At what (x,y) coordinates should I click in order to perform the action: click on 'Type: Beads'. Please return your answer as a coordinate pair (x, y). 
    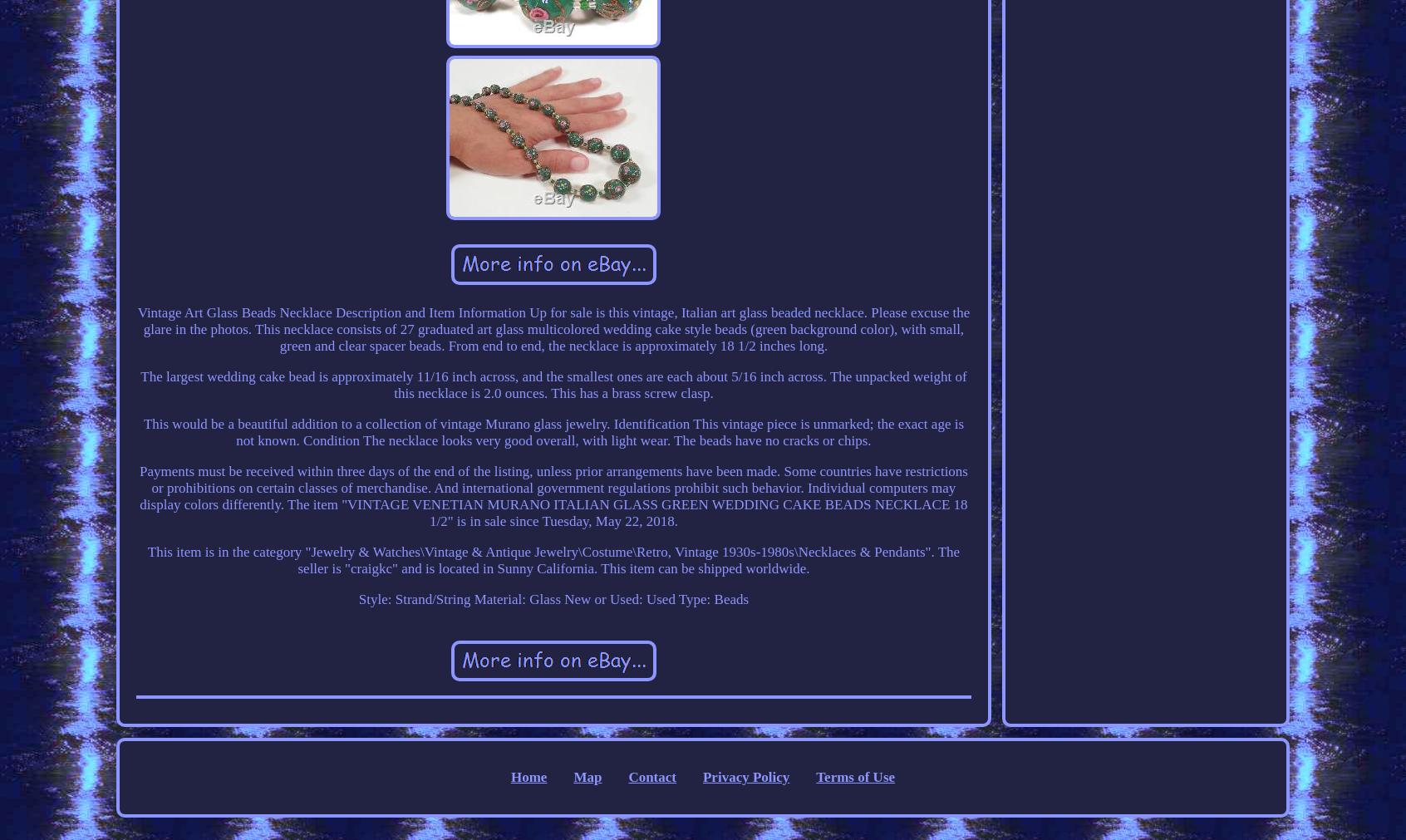
    Looking at the image, I should click on (712, 597).